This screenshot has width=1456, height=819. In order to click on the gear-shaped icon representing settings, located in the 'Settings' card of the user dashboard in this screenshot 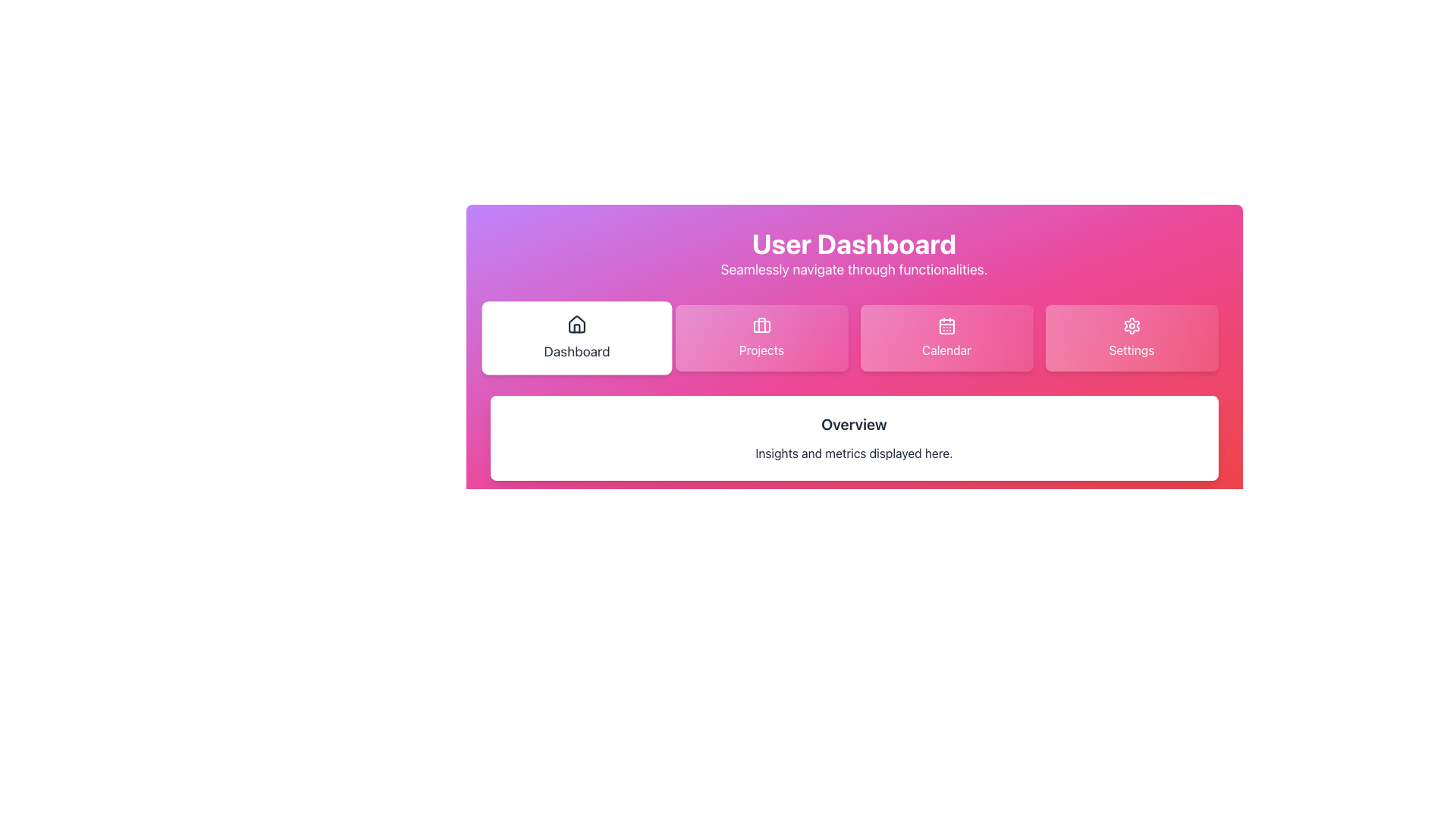, I will do `click(1131, 325)`.